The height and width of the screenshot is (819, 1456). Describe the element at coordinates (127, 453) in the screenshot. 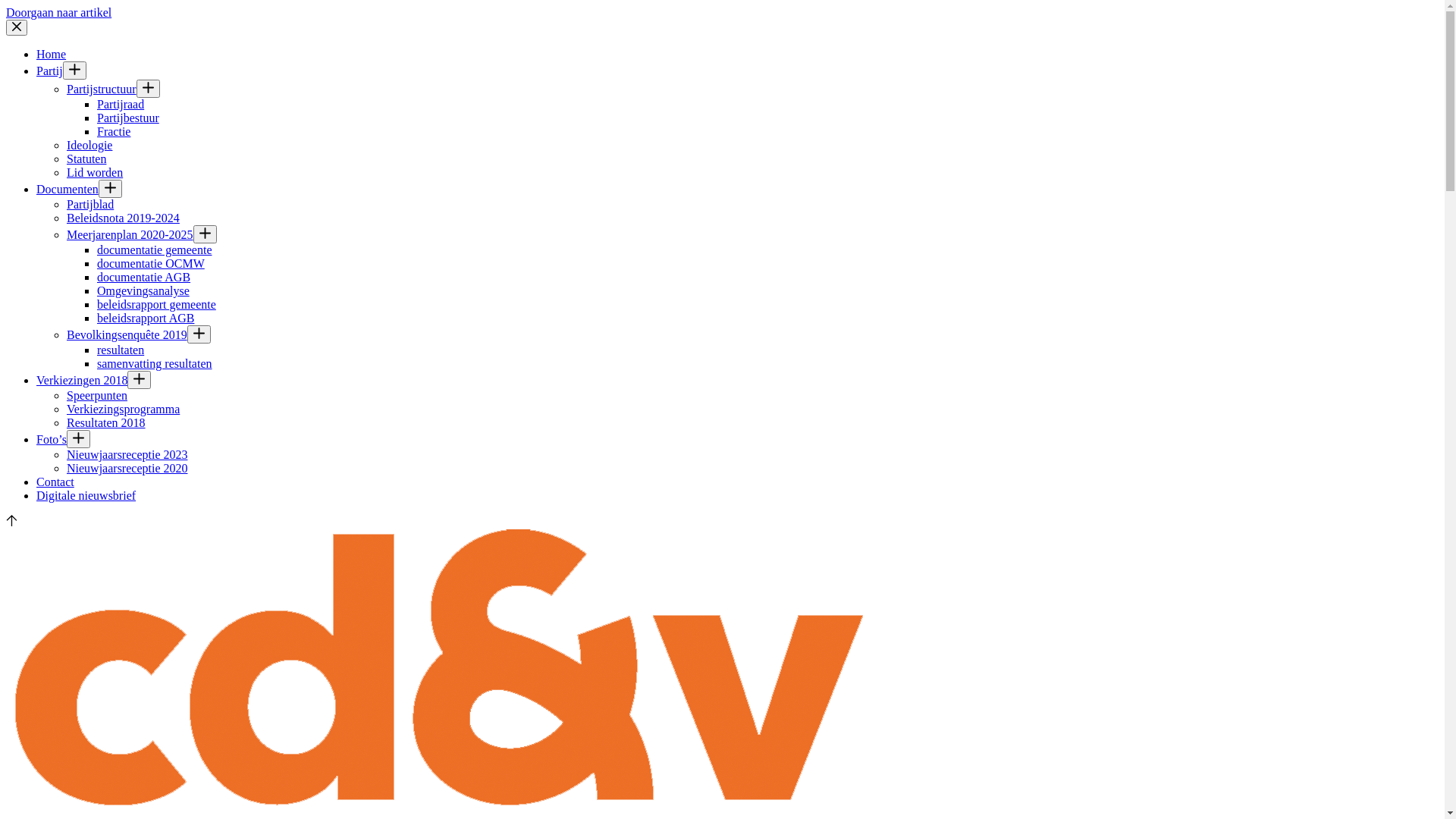

I see `'Nieuwjaarsreceptie 2023'` at that location.